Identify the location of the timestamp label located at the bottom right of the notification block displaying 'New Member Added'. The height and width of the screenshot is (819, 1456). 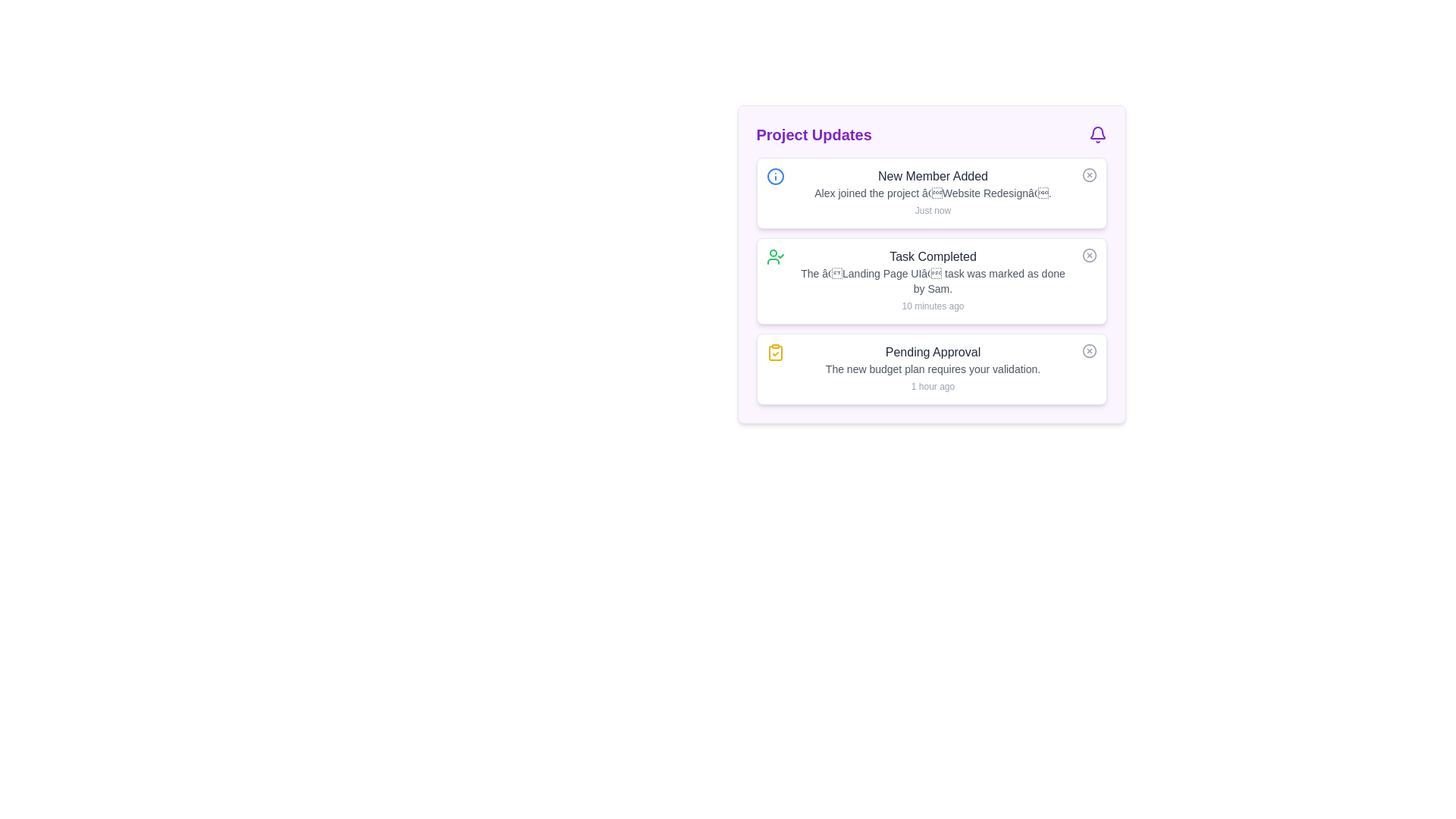
(932, 210).